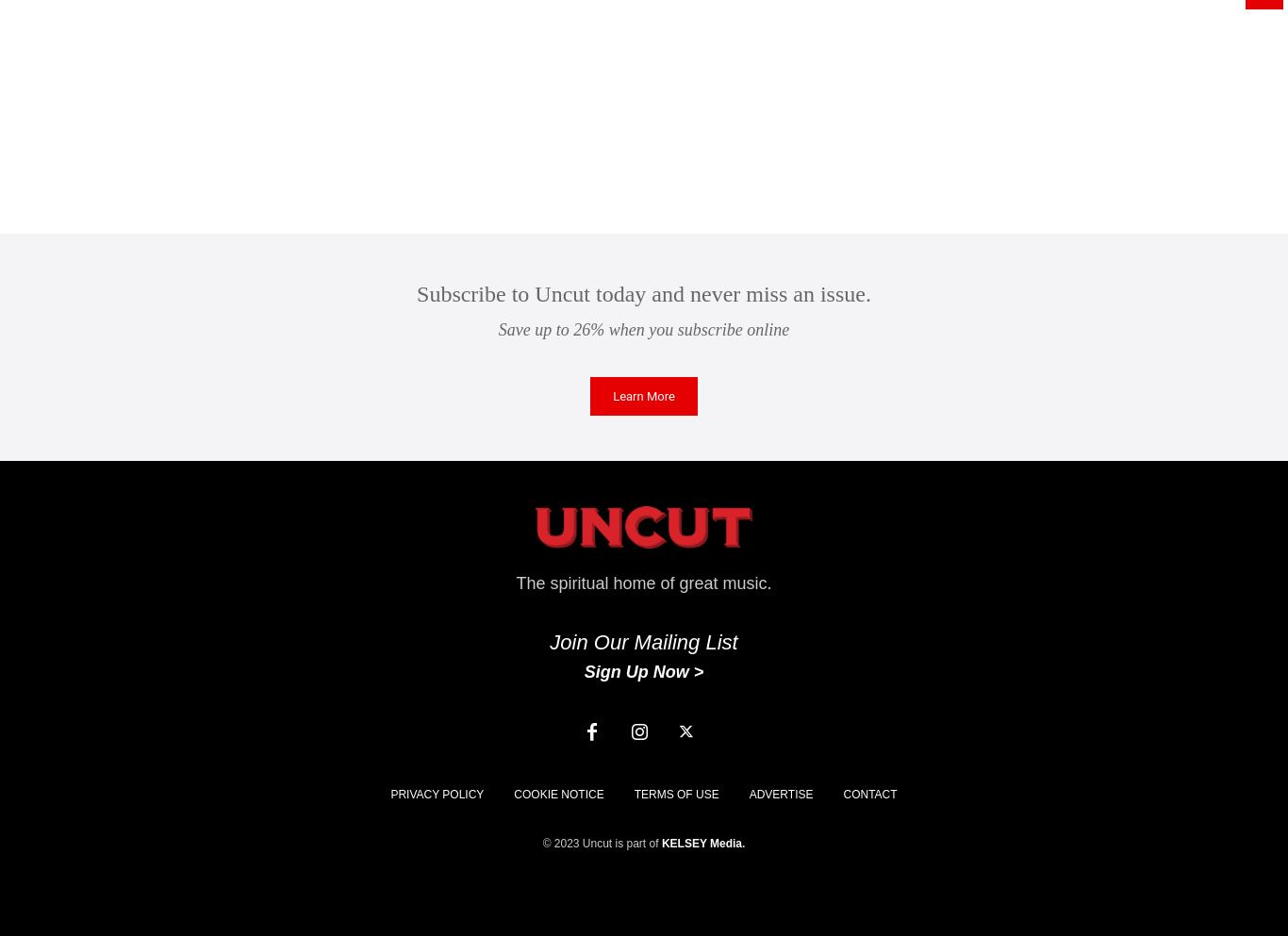  What do you see at coordinates (702, 843) in the screenshot?
I see `'KELSEY Media'` at bounding box center [702, 843].